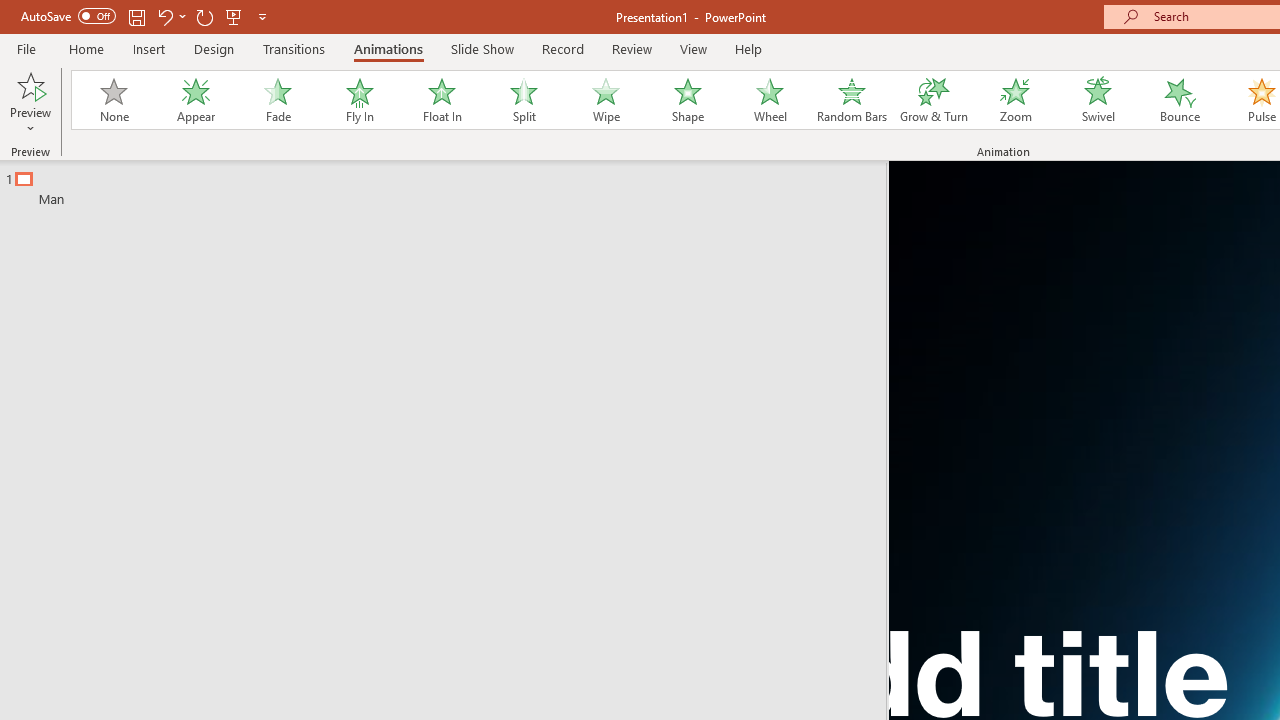 This screenshot has width=1280, height=720. What do you see at coordinates (276, 100) in the screenshot?
I see `'Fade'` at bounding box center [276, 100].